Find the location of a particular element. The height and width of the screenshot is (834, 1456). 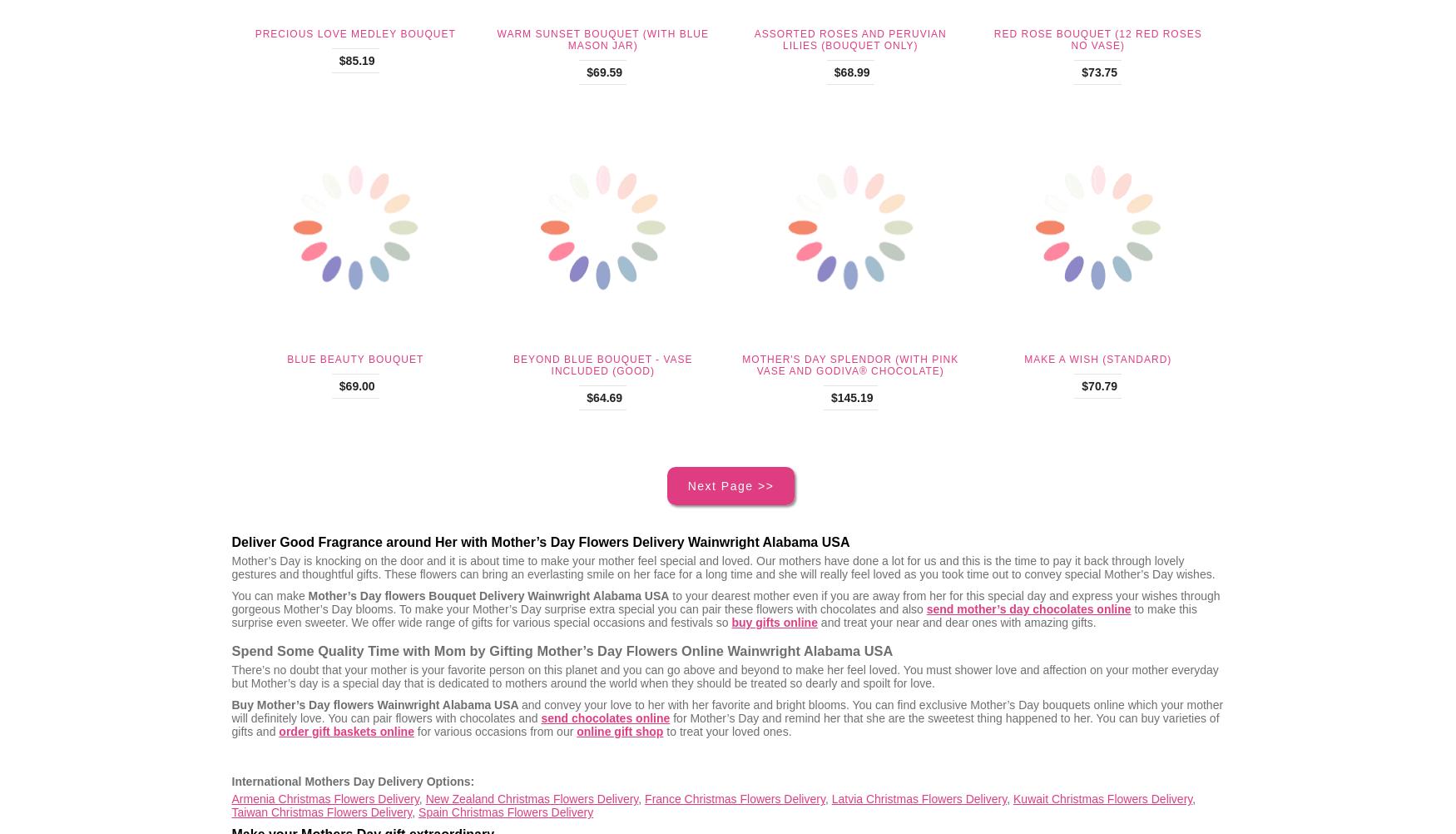

'New Zealand Christmas Flowers Delivery' is located at coordinates (530, 798).